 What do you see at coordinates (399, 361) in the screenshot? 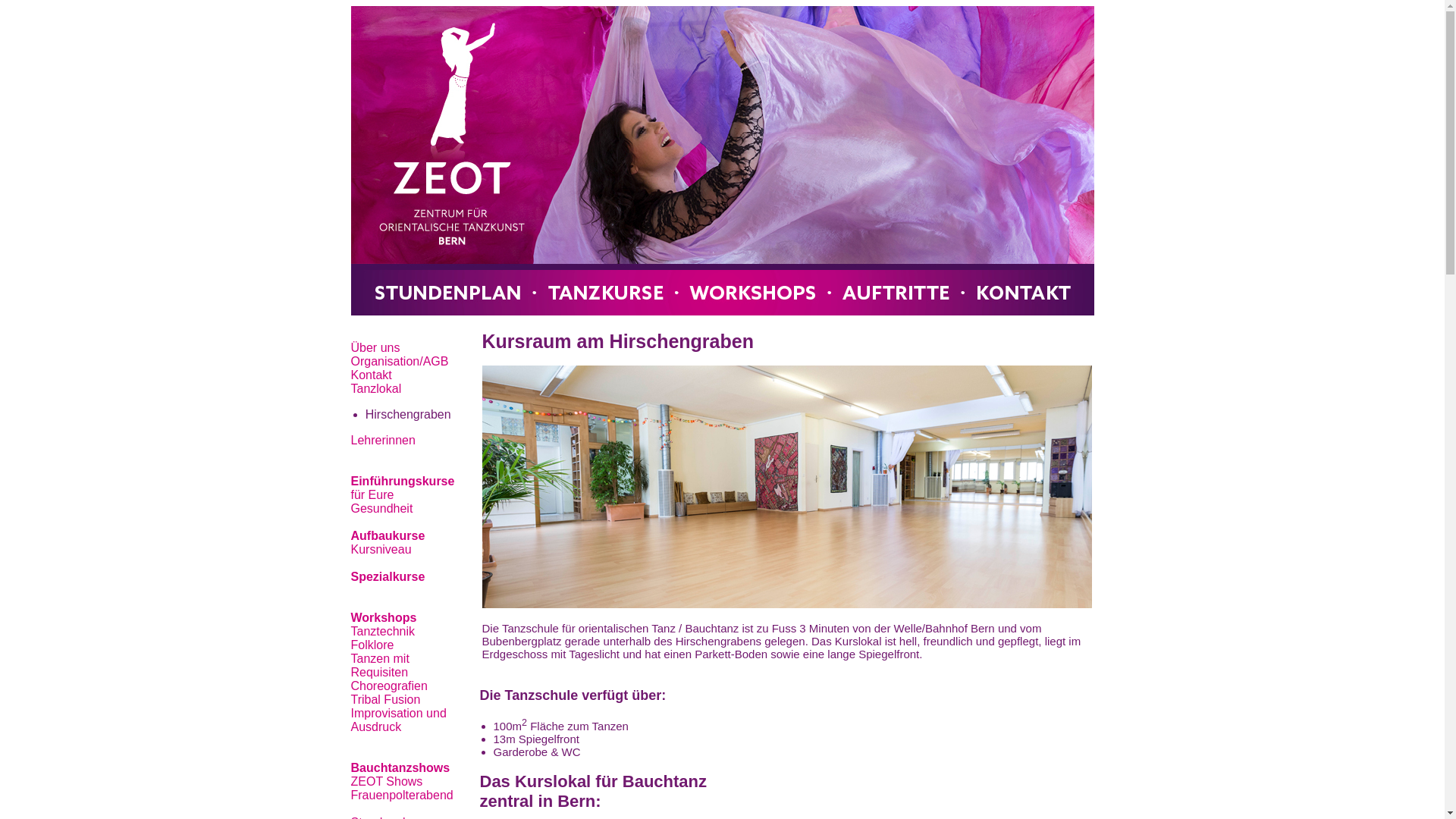
I see `'Organisation/AGB'` at bounding box center [399, 361].